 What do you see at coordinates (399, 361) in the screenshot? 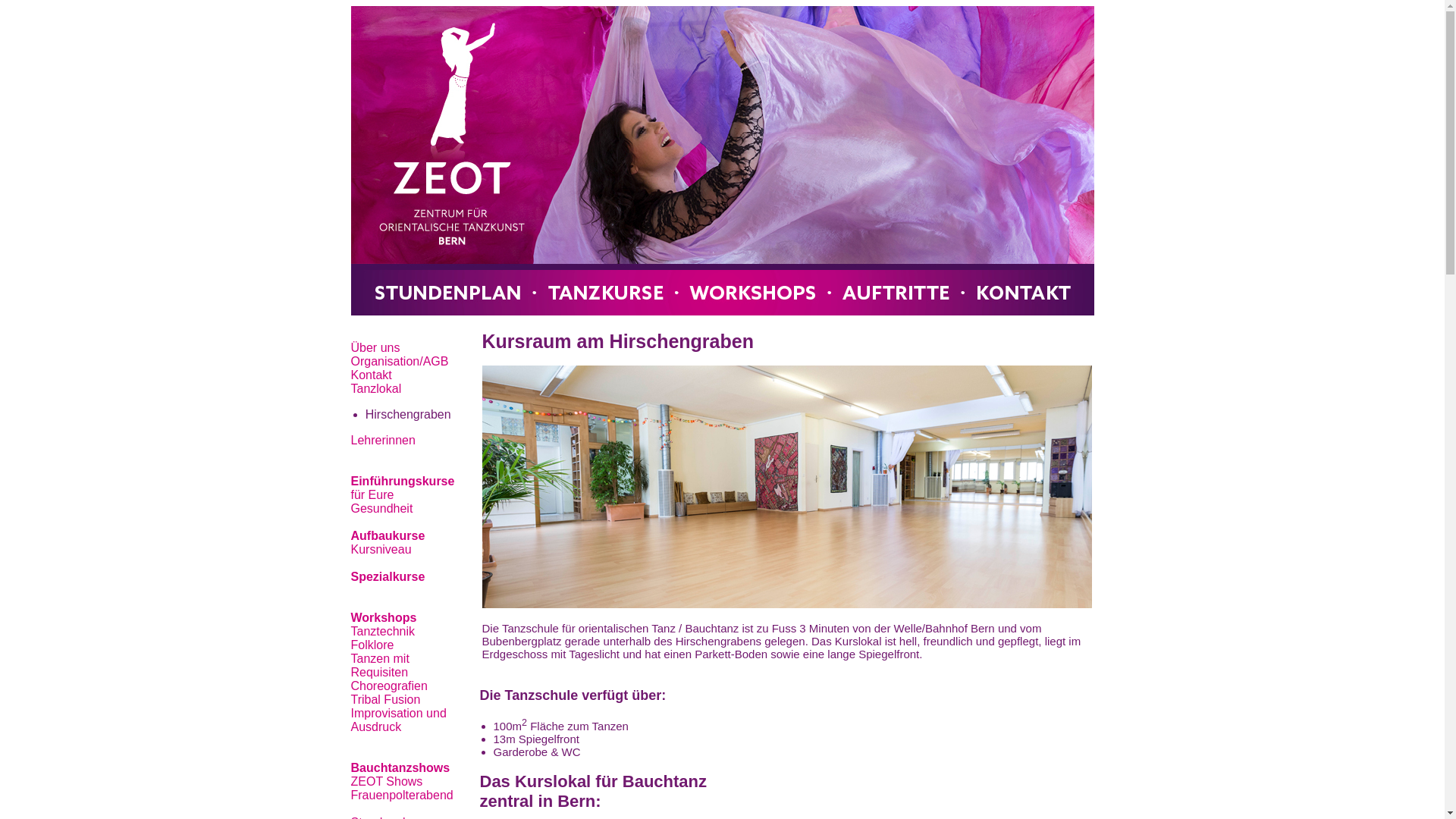
I see `'Organisation/AGB'` at bounding box center [399, 361].